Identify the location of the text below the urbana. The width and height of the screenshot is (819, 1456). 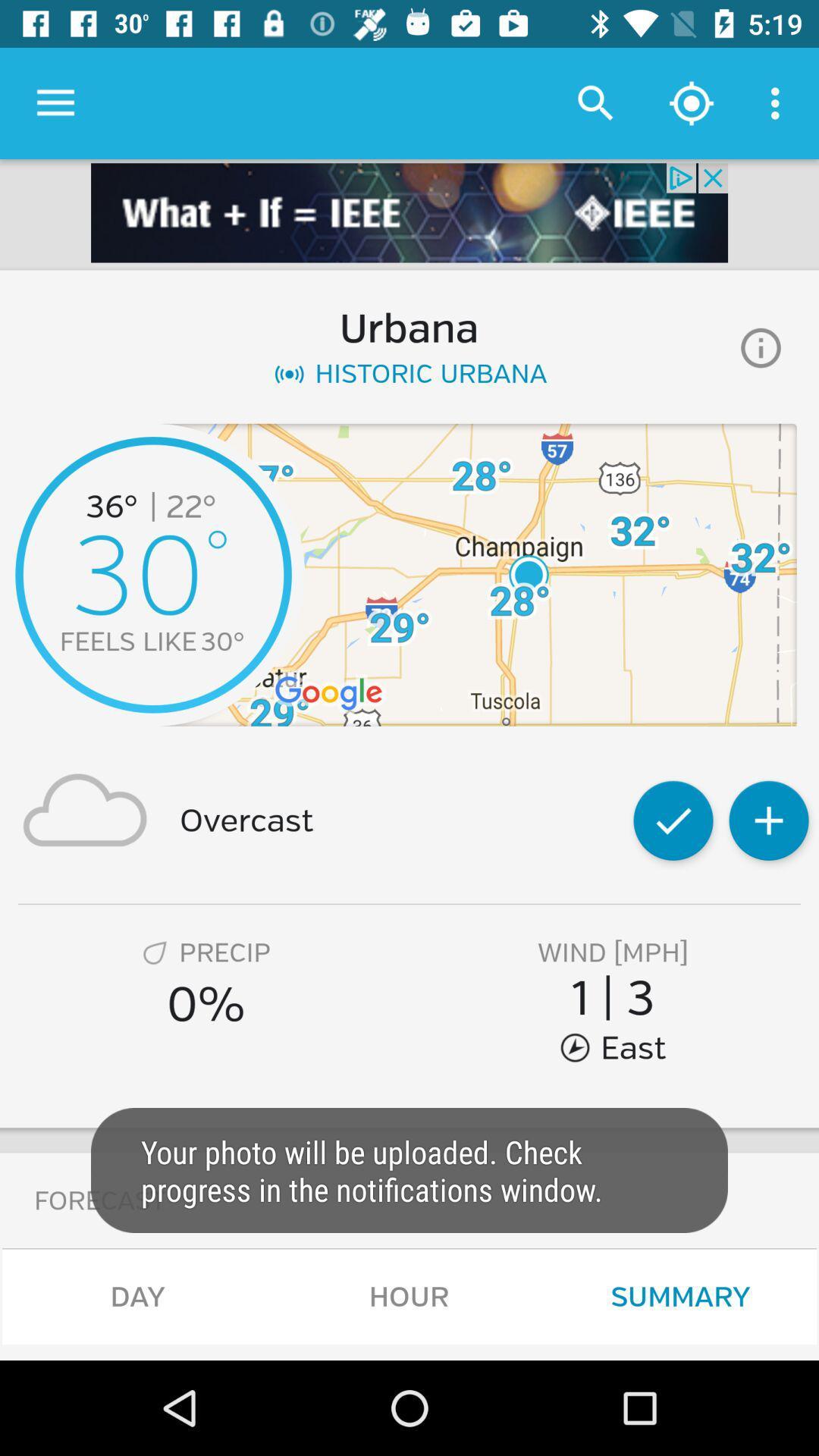
(409, 374).